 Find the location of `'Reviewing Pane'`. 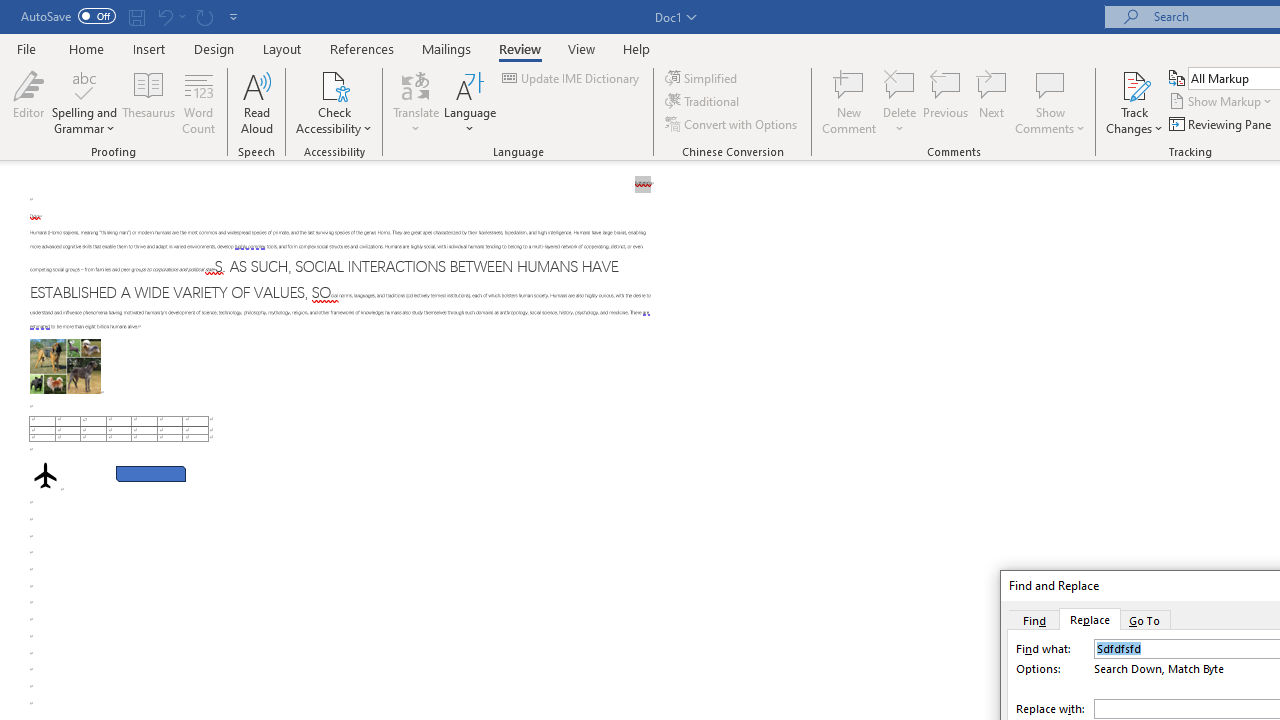

'Reviewing Pane' is located at coordinates (1220, 124).